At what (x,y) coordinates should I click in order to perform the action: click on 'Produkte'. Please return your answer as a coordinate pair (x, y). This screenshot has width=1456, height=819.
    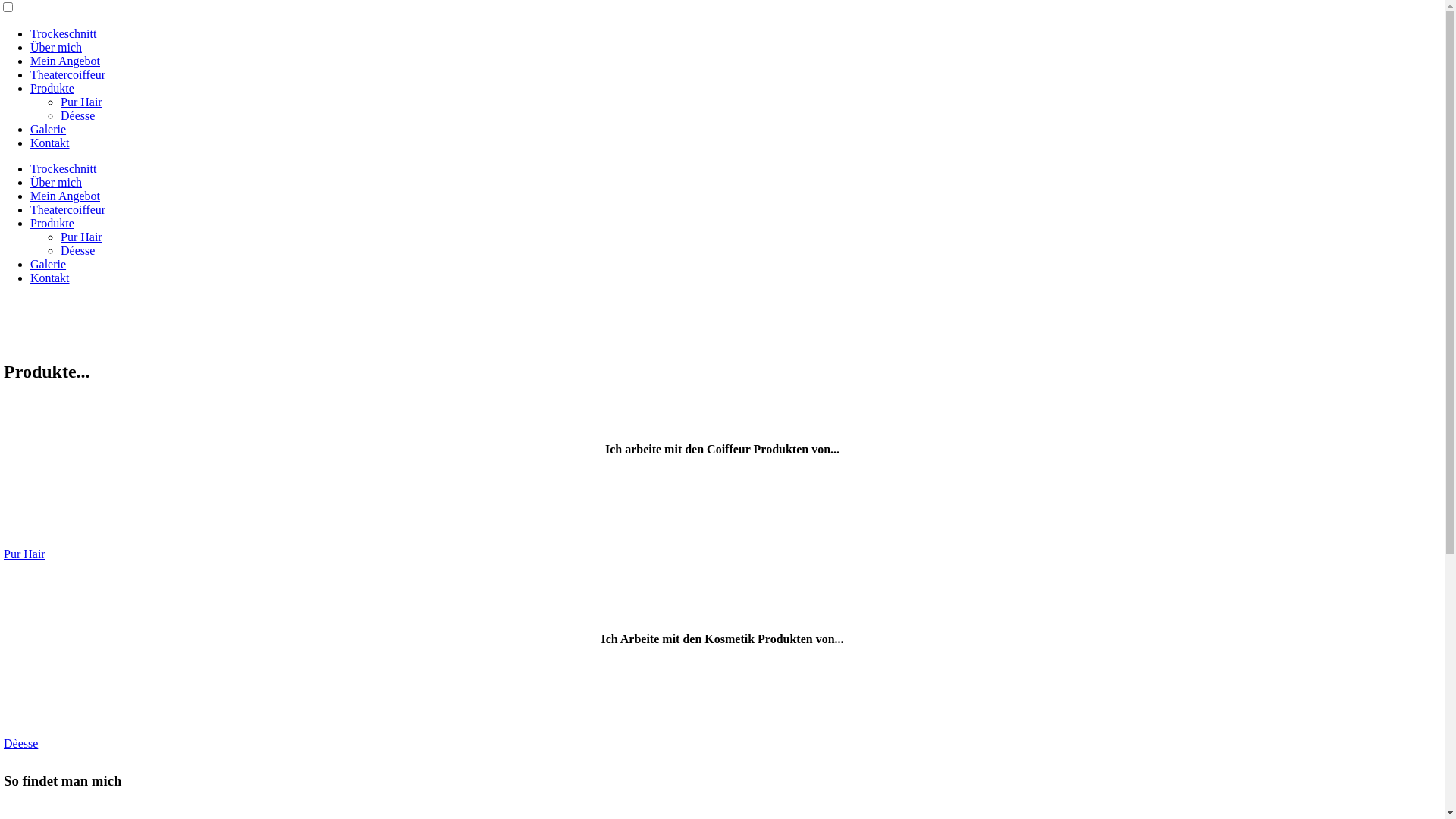
    Looking at the image, I should click on (52, 223).